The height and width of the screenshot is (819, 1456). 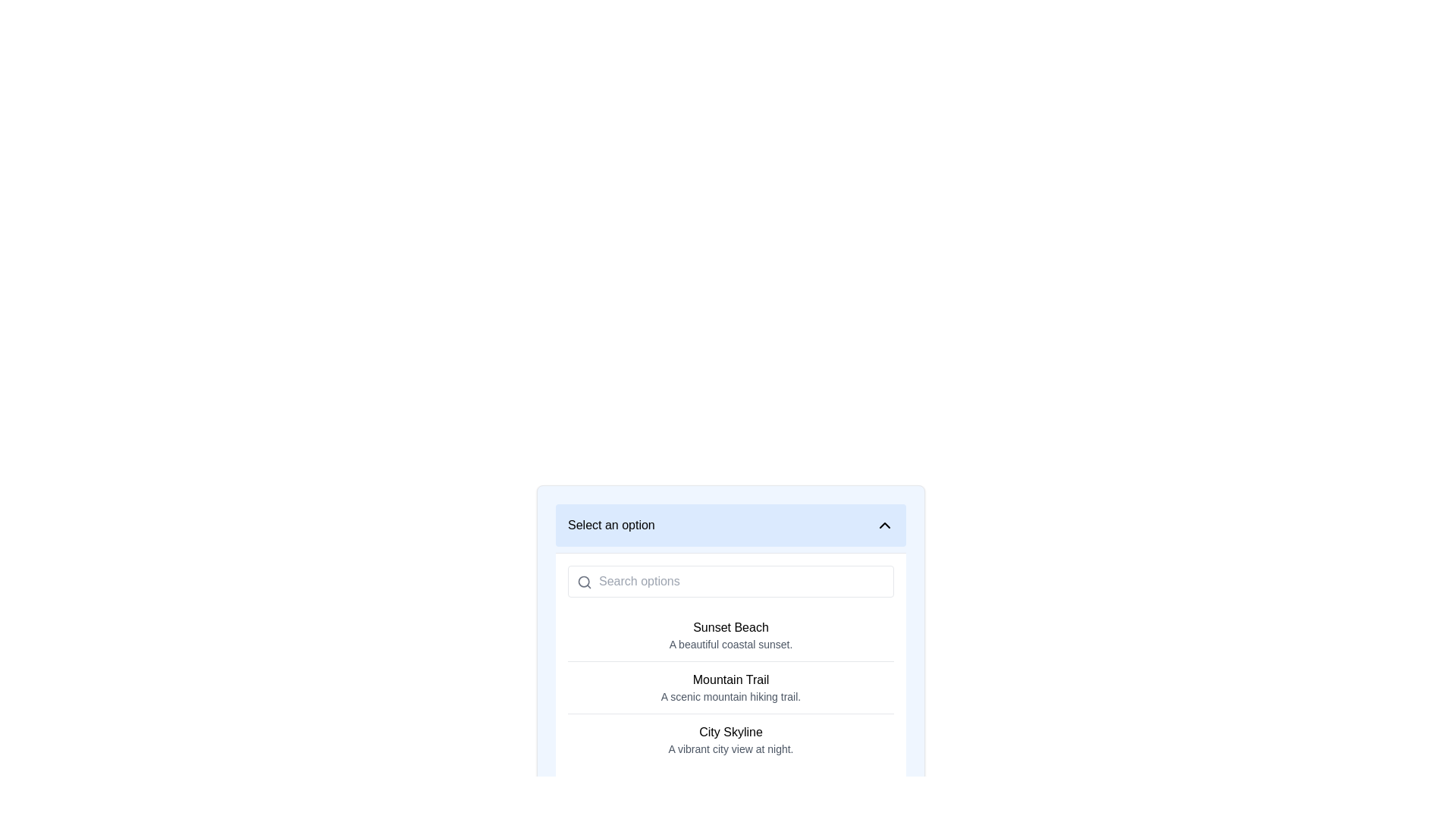 I want to click on to select the list item titled 'Mountain Trail', which is the second entry in a vertical list of three items, so click(x=731, y=687).